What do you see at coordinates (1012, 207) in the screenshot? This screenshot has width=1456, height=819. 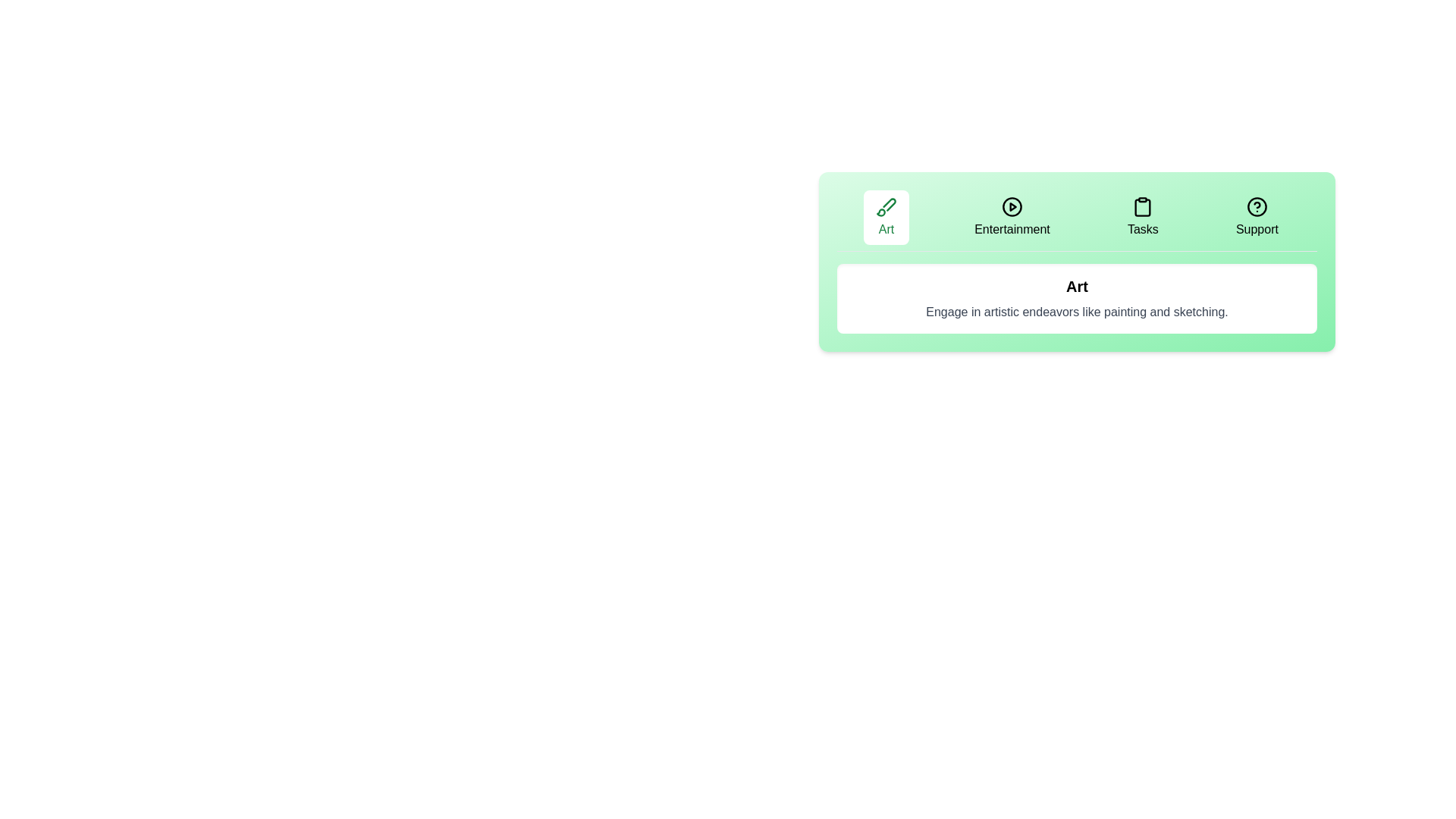 I see `the circular graphical component with a visible outline located in the 'Entertainment' section, which is part of a row of options at the top of the interface` at bounding box center [1012, 207].